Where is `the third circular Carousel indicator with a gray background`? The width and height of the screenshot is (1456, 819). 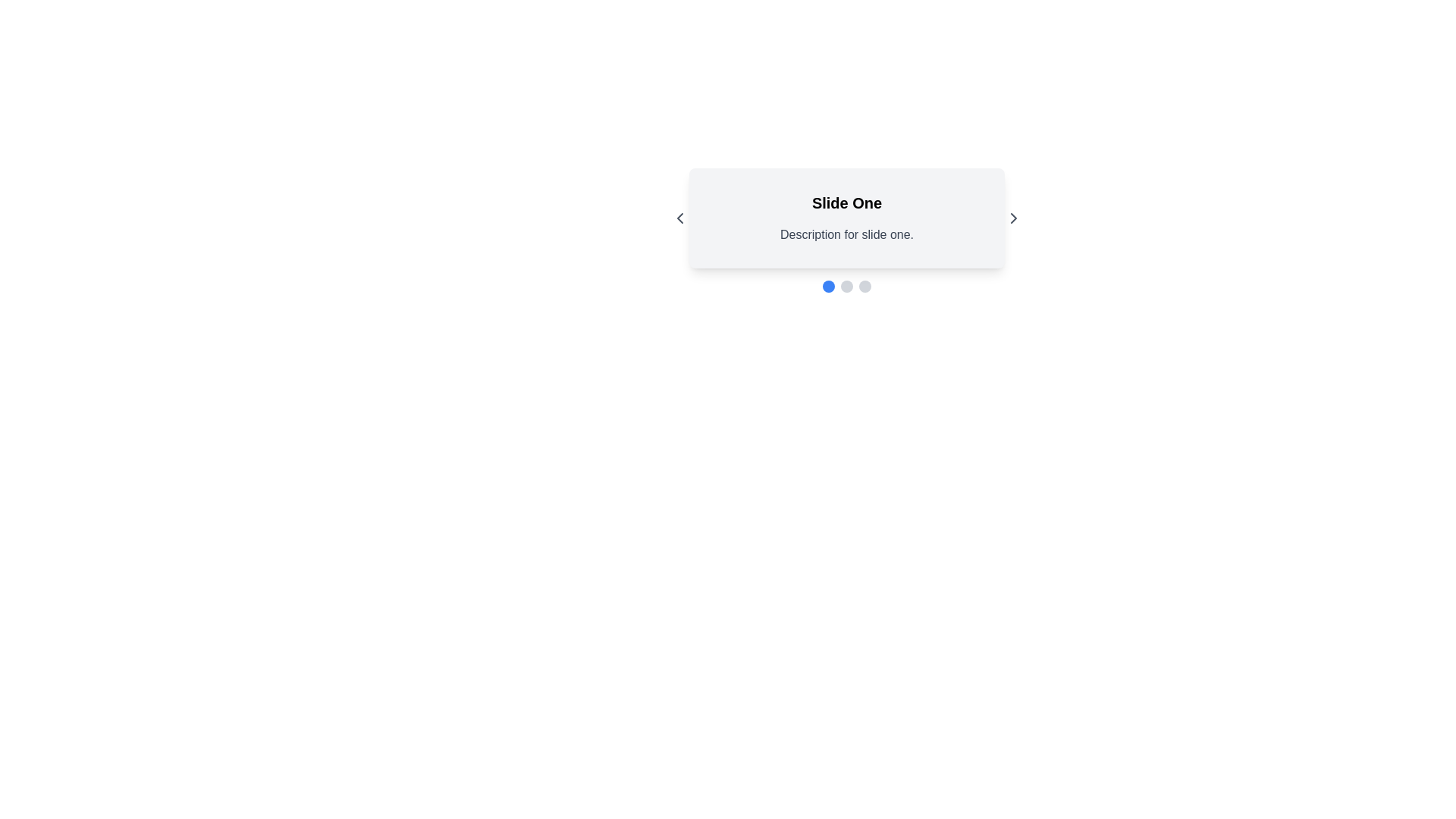 the third circular Carousel indicator with a gray background is located at coordinates (865, 287).